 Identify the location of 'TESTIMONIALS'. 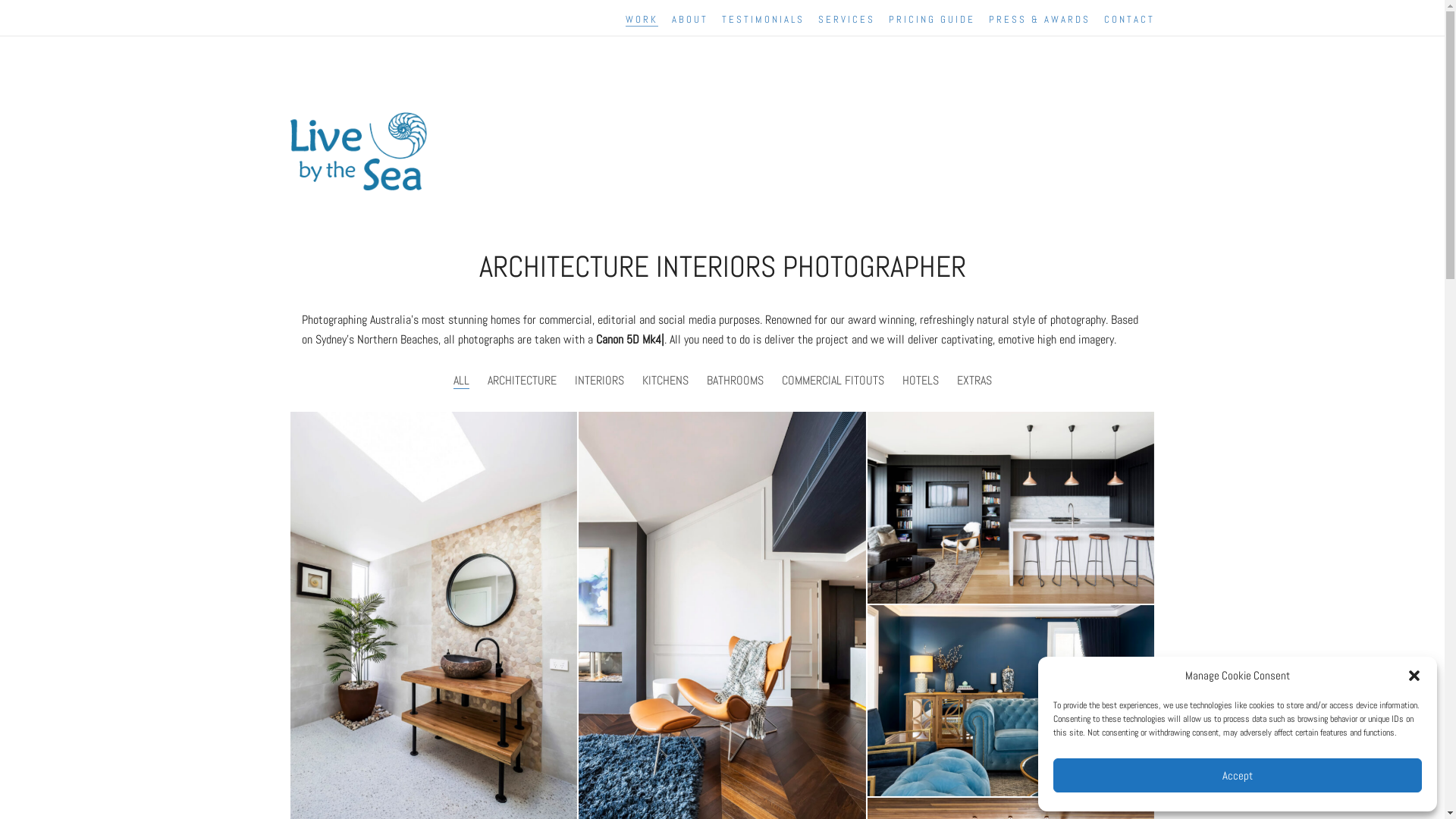
(763, 19).